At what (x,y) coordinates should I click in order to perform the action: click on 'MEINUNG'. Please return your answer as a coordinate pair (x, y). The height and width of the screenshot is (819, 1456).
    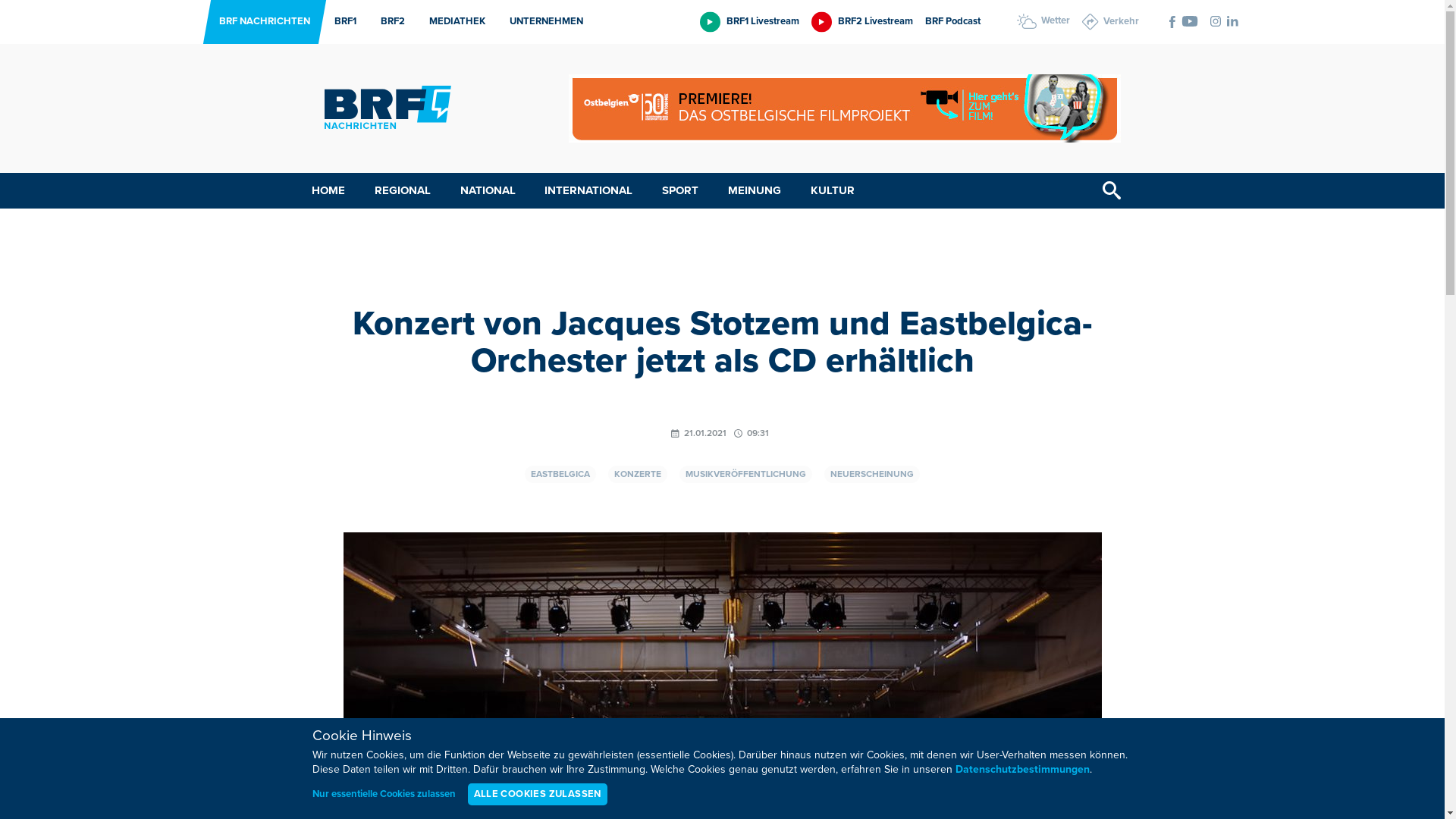
    Looking at the image, I should click on (754, 190).